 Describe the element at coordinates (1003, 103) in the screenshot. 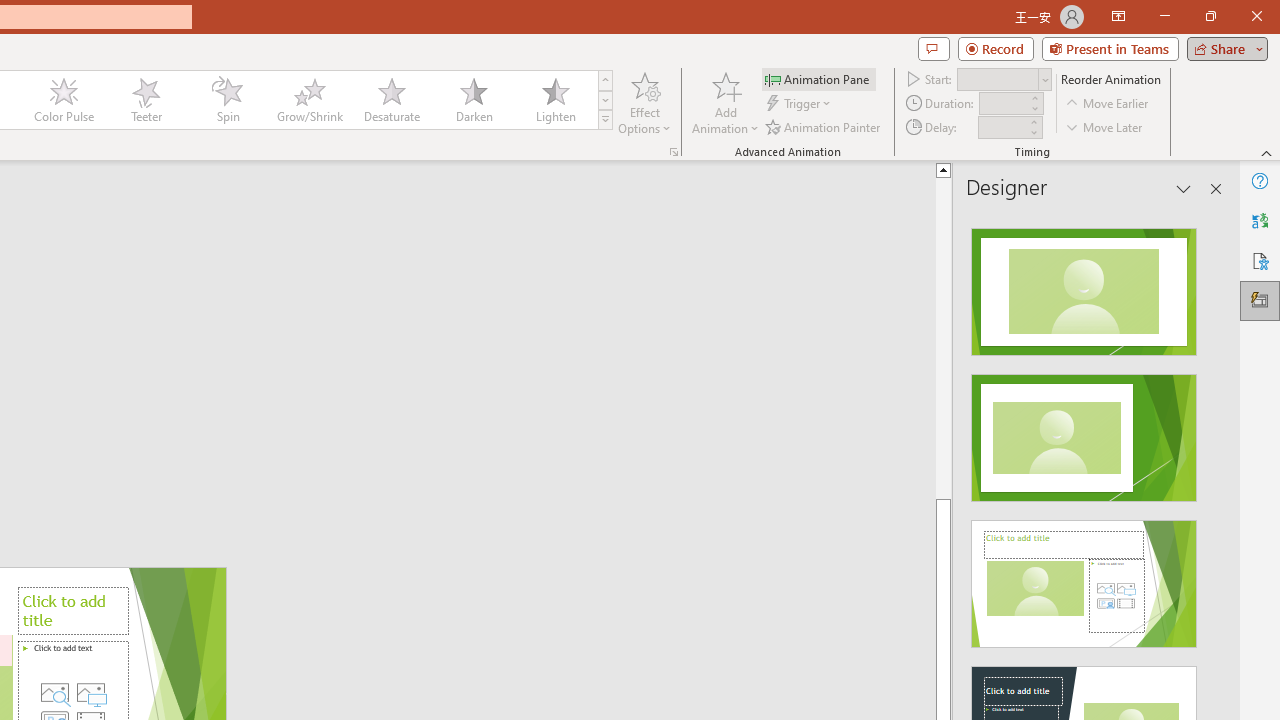

I see `'Animation Duration'` at that location.